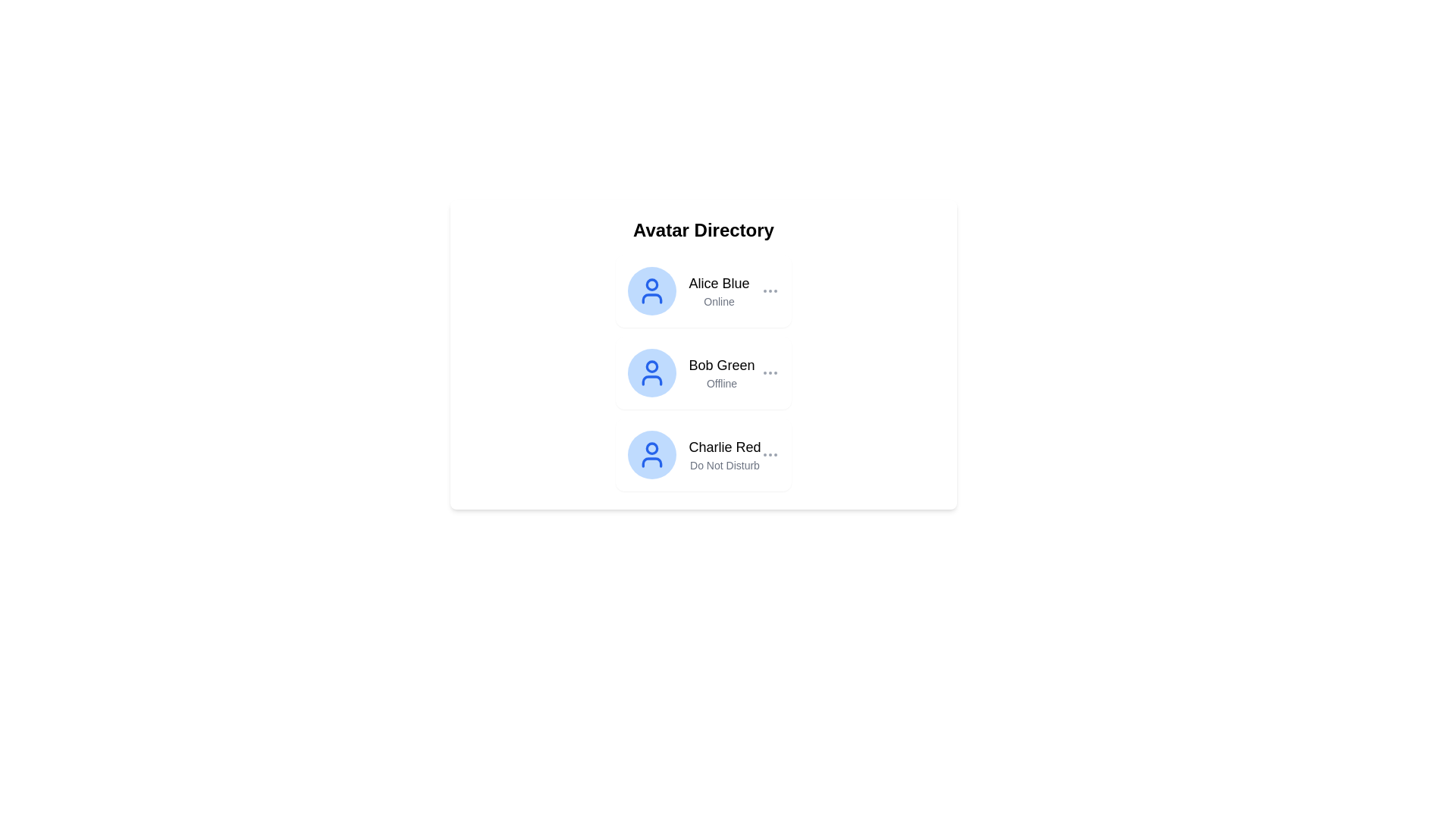  What do you see at coordinates (652, 454) in the screenshot?
I see `the user icon representing 'Charlie Red', which is a blue circular head and semi-circular body styled icon located in the third row of the avatar directory list` at bounding box center [652, 454].